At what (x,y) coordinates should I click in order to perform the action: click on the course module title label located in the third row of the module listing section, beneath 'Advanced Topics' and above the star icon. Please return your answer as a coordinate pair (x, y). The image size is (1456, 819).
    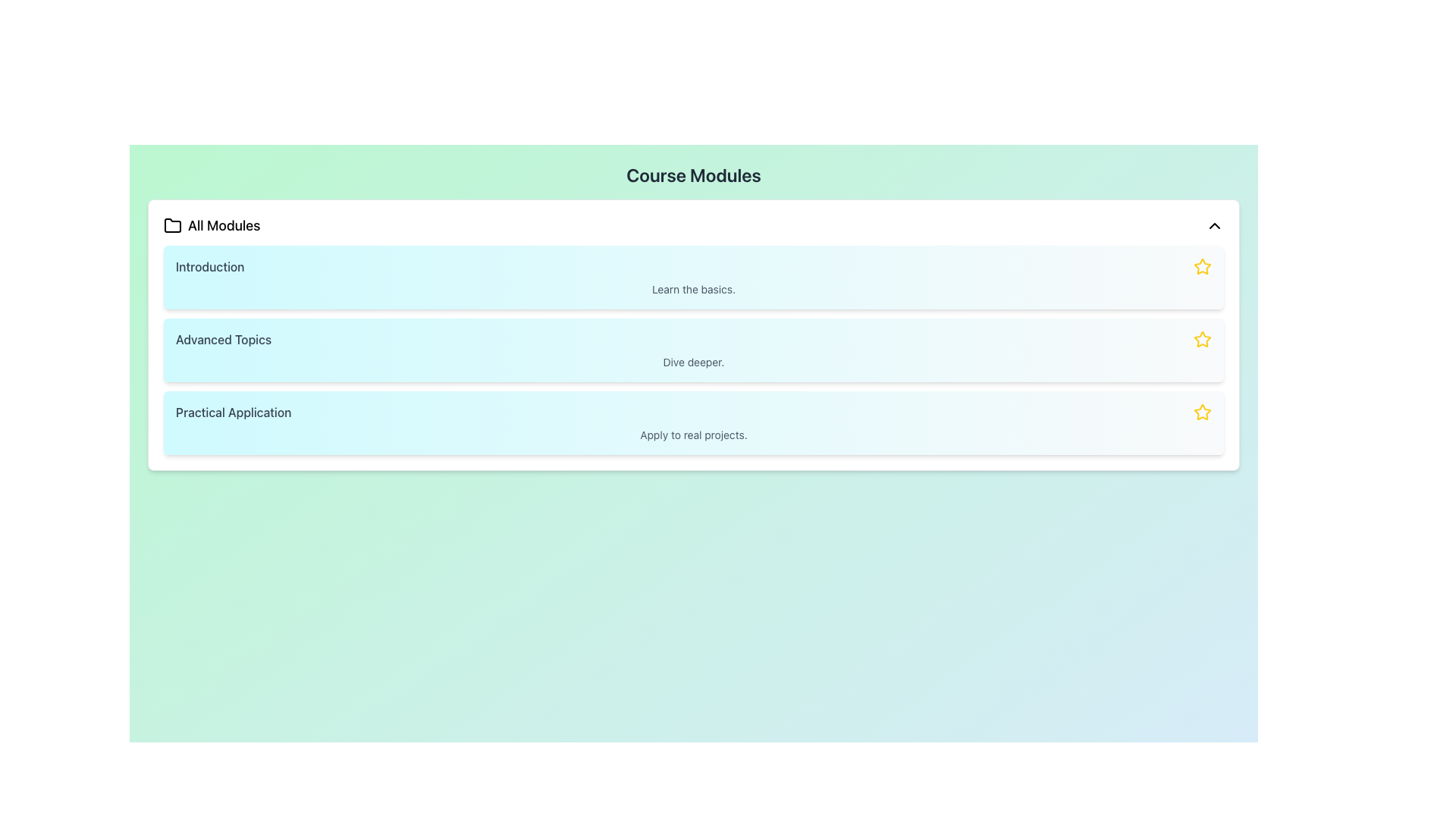
    Looking at the image, I should click on (233, 412).